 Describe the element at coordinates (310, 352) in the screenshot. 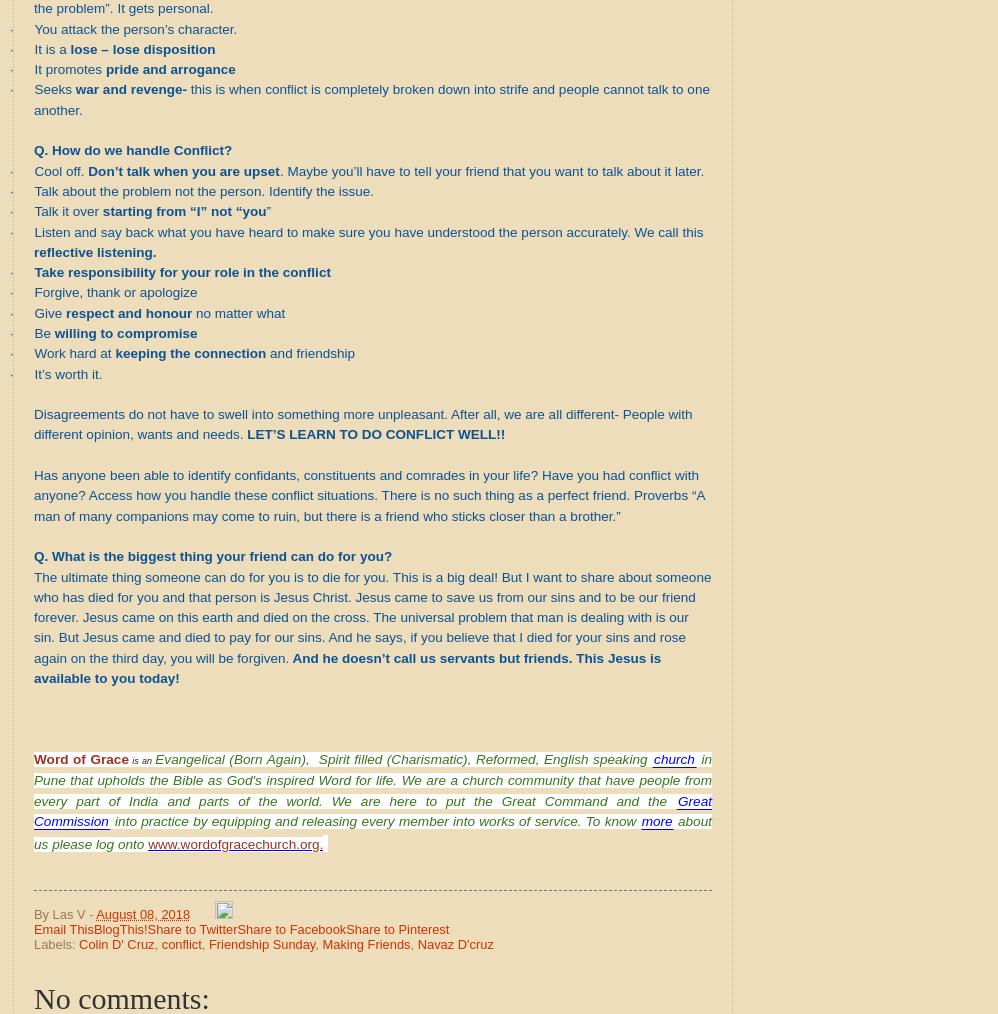

I see `'and
friendship'` at that location.